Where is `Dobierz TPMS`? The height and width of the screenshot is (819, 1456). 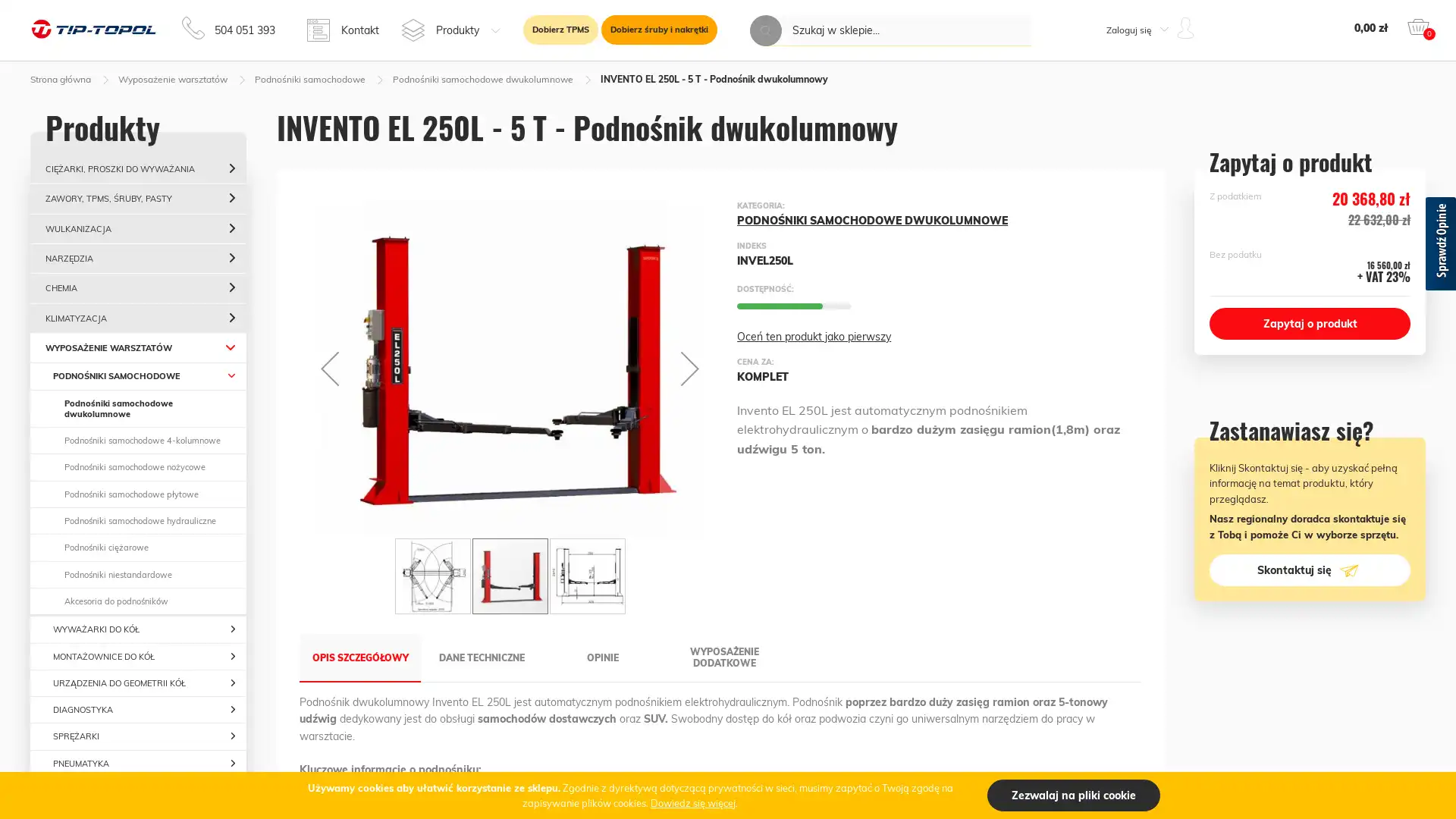 Dobierz TPMS is located at coordinates (560, 30).